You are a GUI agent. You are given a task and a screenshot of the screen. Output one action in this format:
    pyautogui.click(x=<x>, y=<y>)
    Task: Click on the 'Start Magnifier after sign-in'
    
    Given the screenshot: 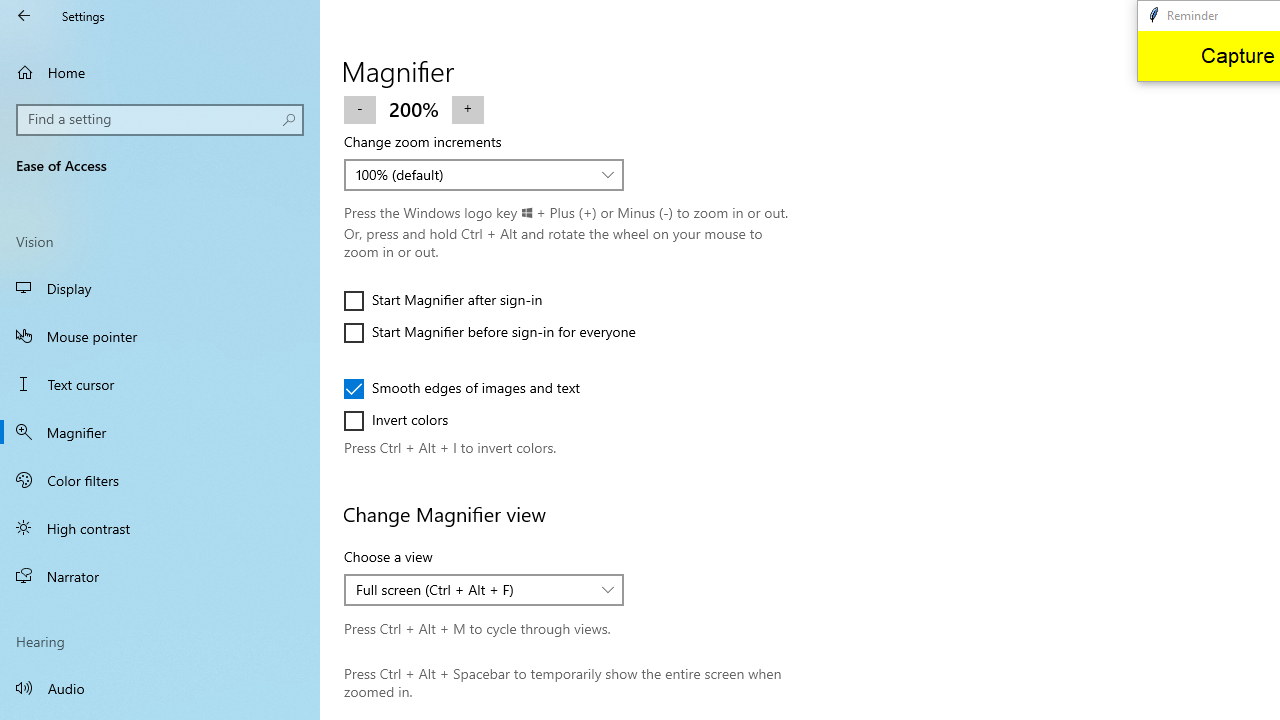 What is the action you would take?
    pyautogui.click(x=442, y=300)
    